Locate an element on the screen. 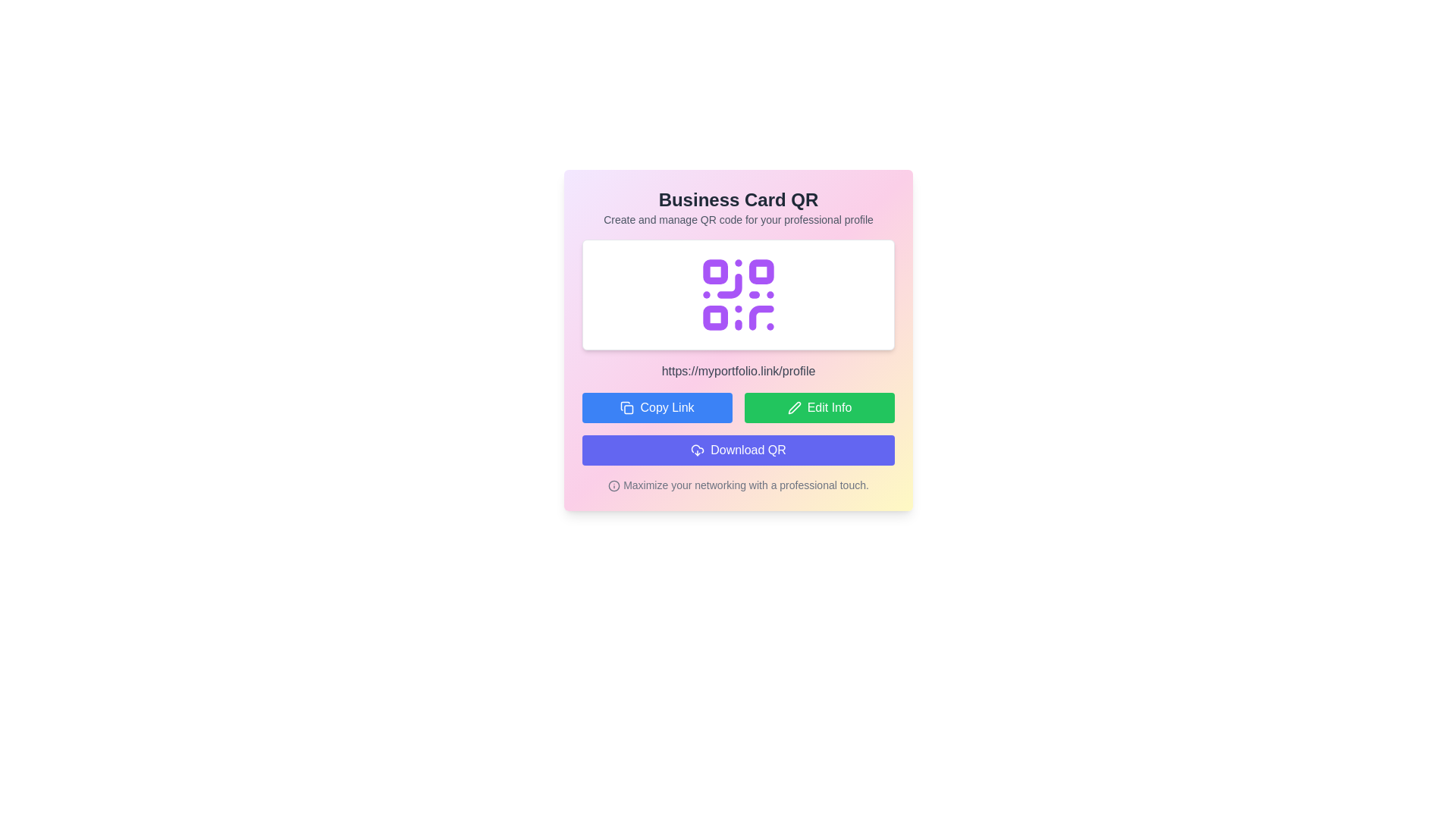 The image size is (1456, 819). the 'Download QR' button that contains a cloud icon with a downward arrow, located at the bottom of the card interface is located at coordinates (697, 450).